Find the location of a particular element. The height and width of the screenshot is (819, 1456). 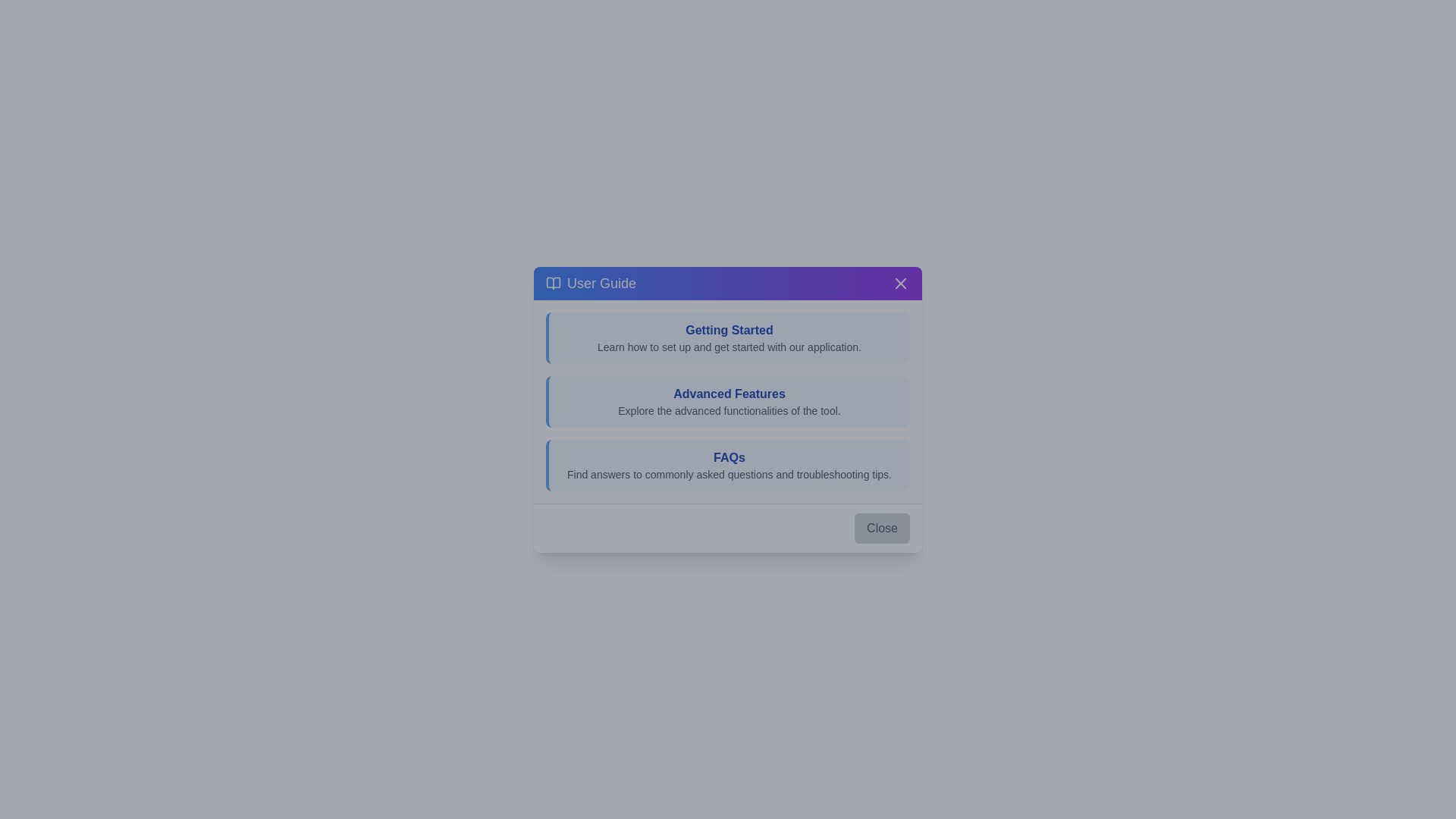

text element stating 'Learn how to set up and get started with our application', located below the bold blue title 'Getting Started' in the User Guide modal is located at coordinates (729, 347).